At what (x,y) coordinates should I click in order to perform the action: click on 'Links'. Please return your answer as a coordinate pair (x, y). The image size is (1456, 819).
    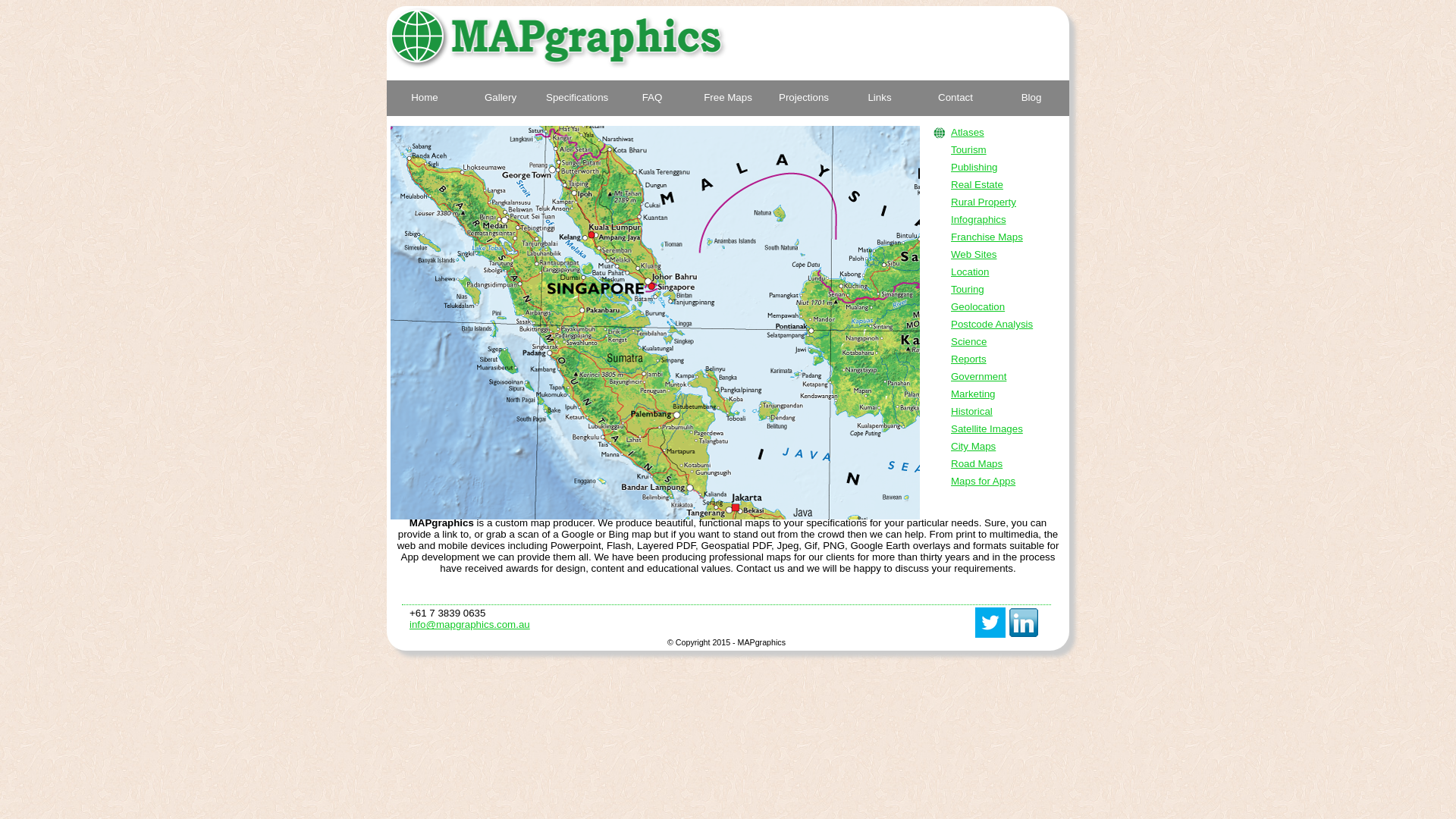
    Looking at the image, I should click on (880, 98).